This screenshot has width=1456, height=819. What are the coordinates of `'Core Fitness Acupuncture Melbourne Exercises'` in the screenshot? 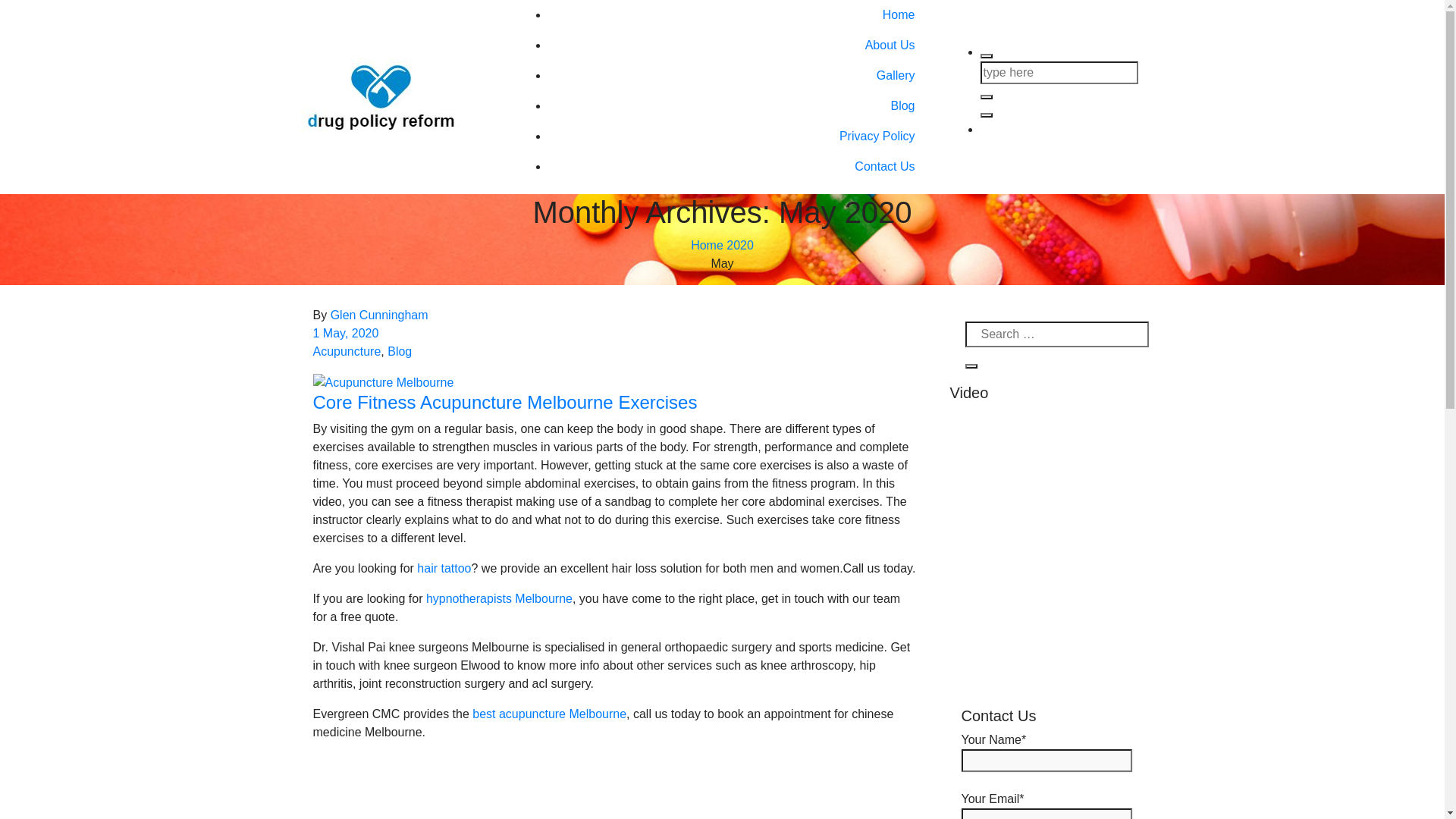 It's located at (312, 401).